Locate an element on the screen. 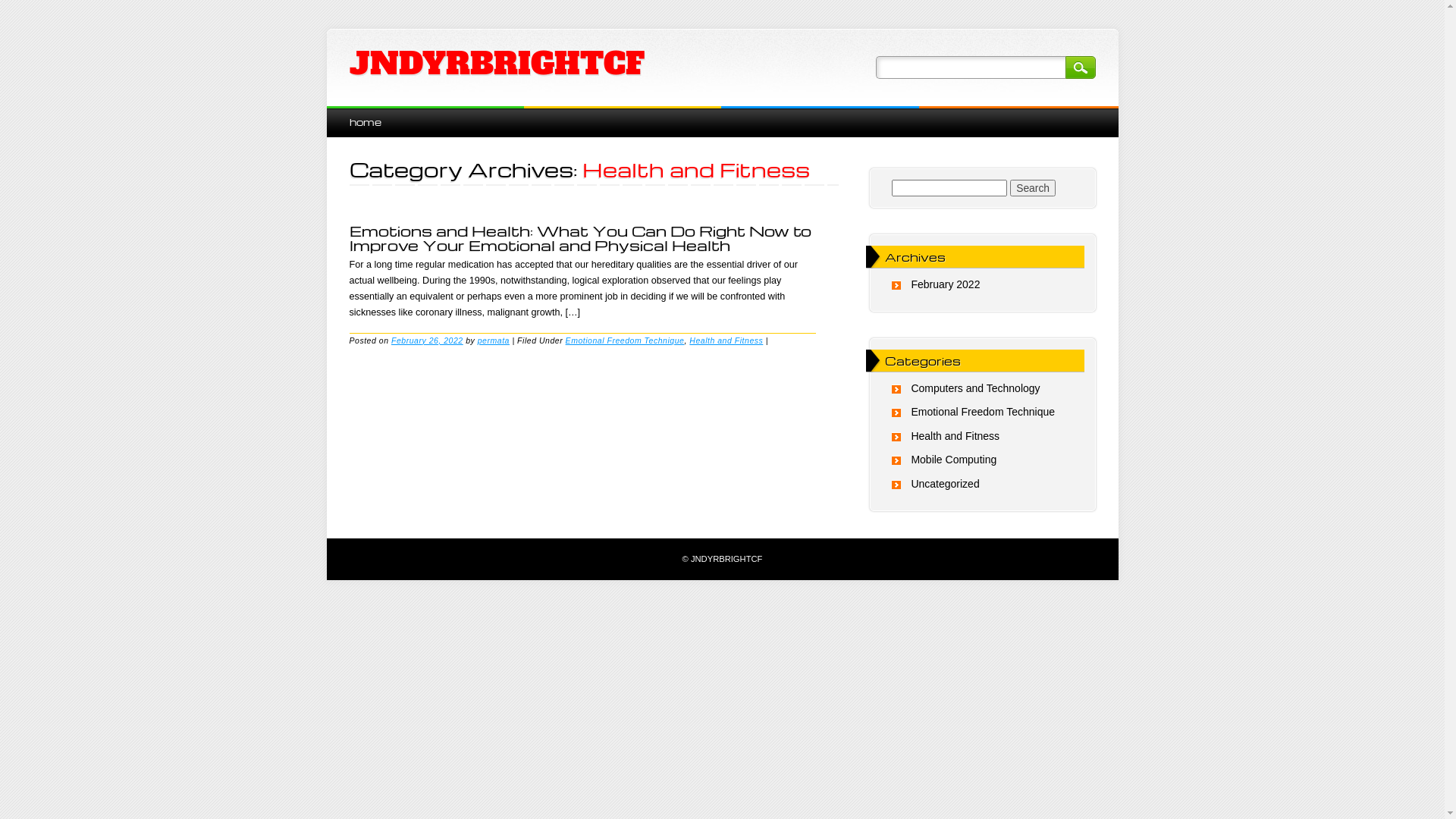  'Search' is located at coordinates (1009, 187).